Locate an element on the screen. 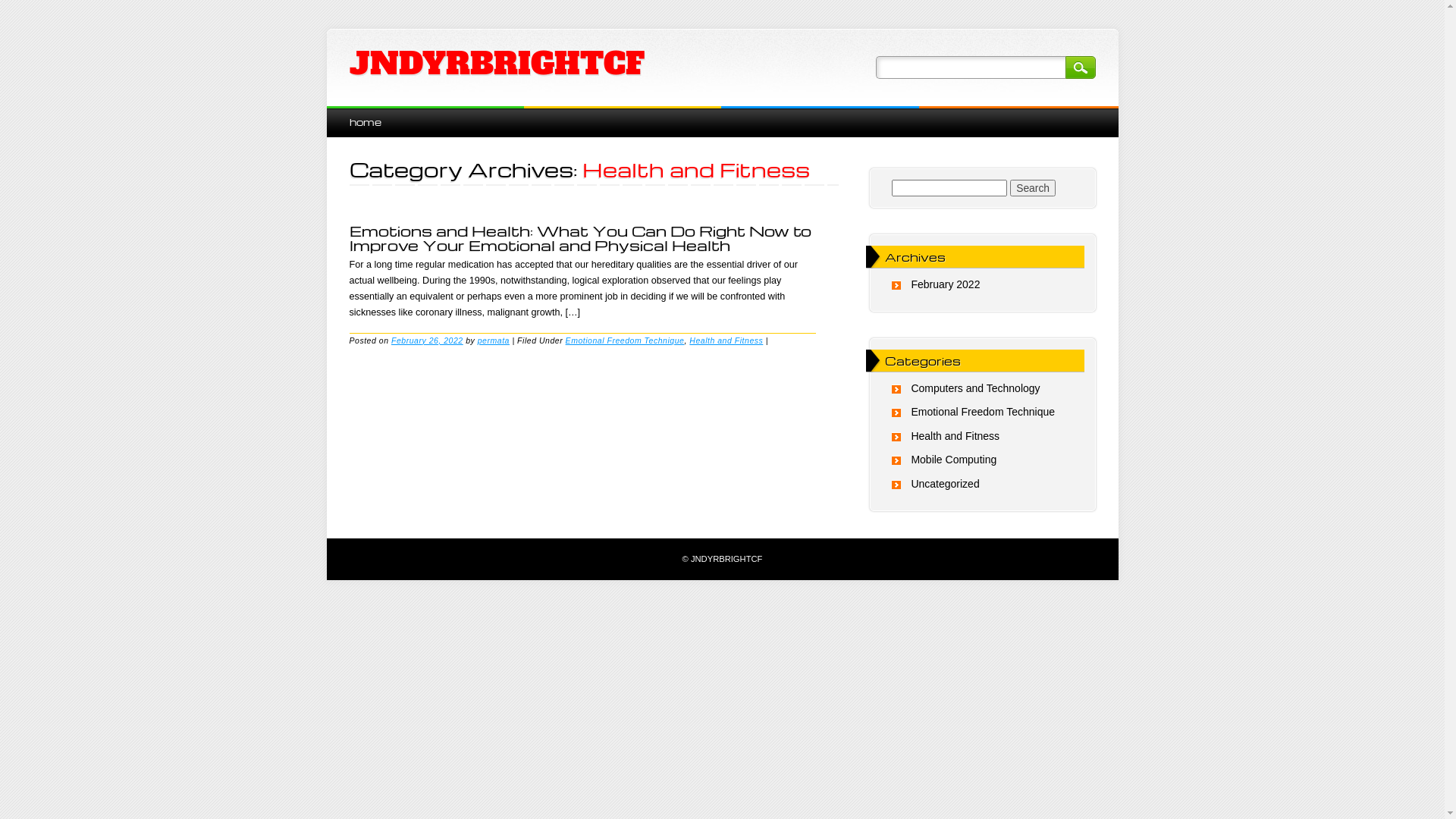  'Search' is located at coordinates (1009, 187).